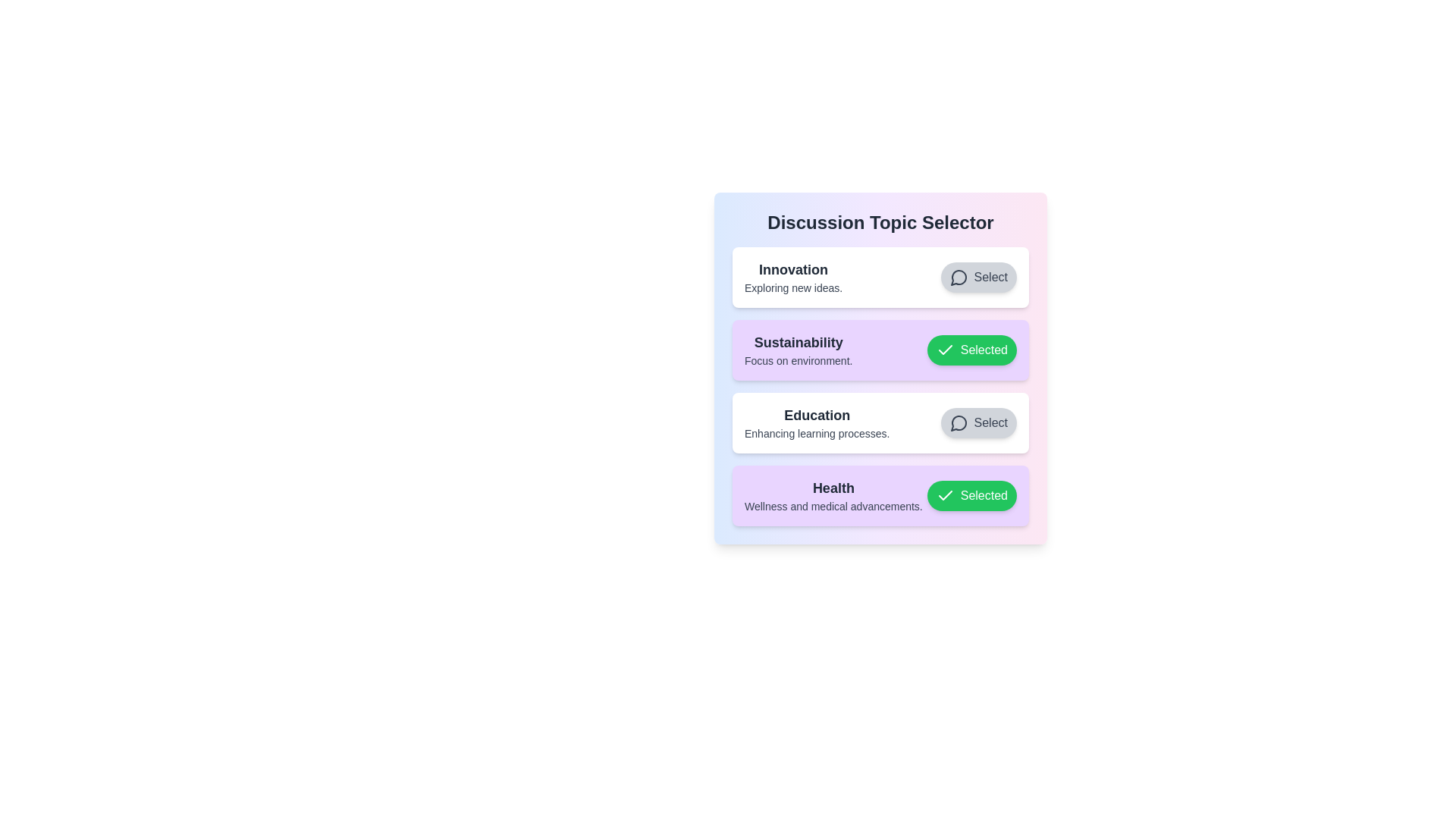  Describe the element at coordinates (880, 423) in the screenshot. I see `the topic Education to trigger the scaling effect` at that location.